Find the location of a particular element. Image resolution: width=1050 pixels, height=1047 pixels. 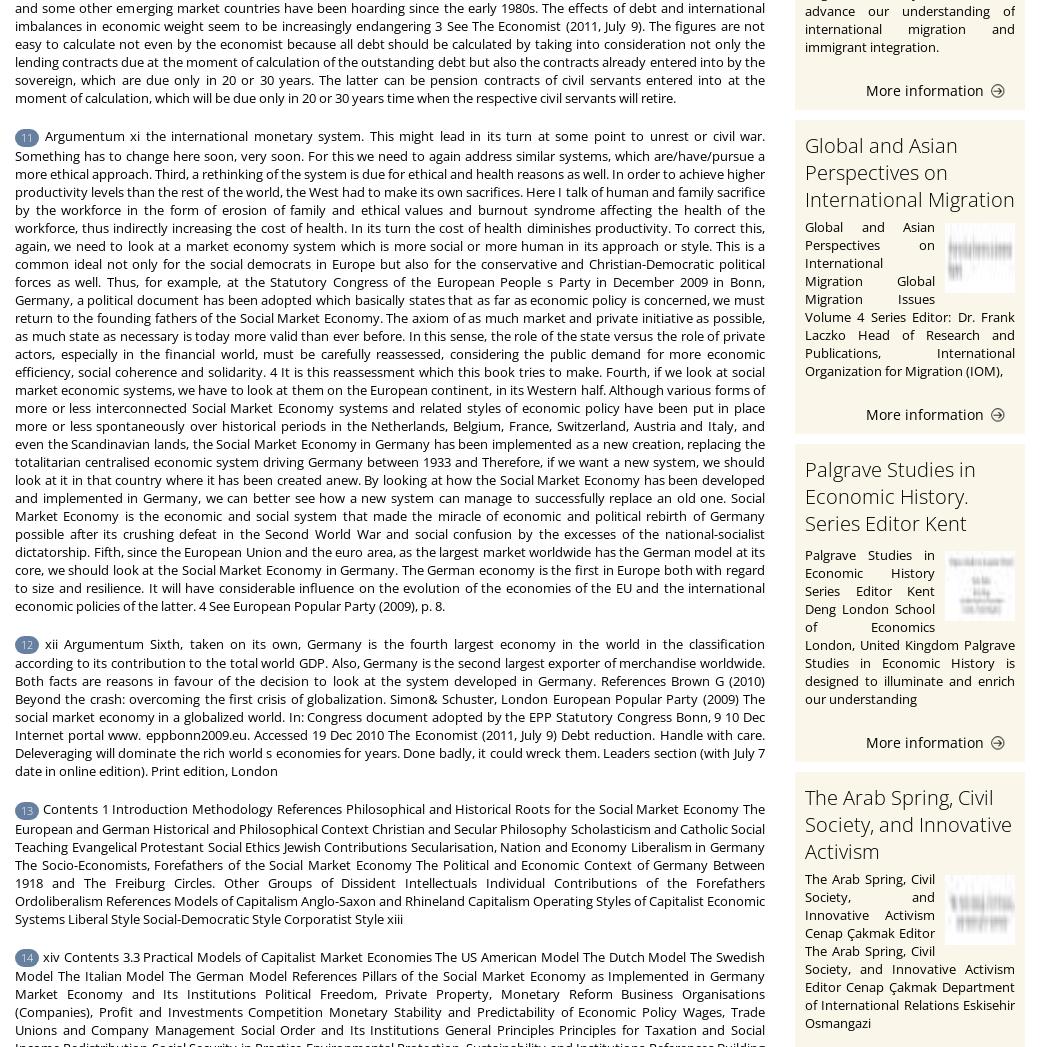

'Palgrave Studies in Economic History. Series Editor Kent Deng London School of Economics London, United Kingdom' is located at coordinates (804, 535).